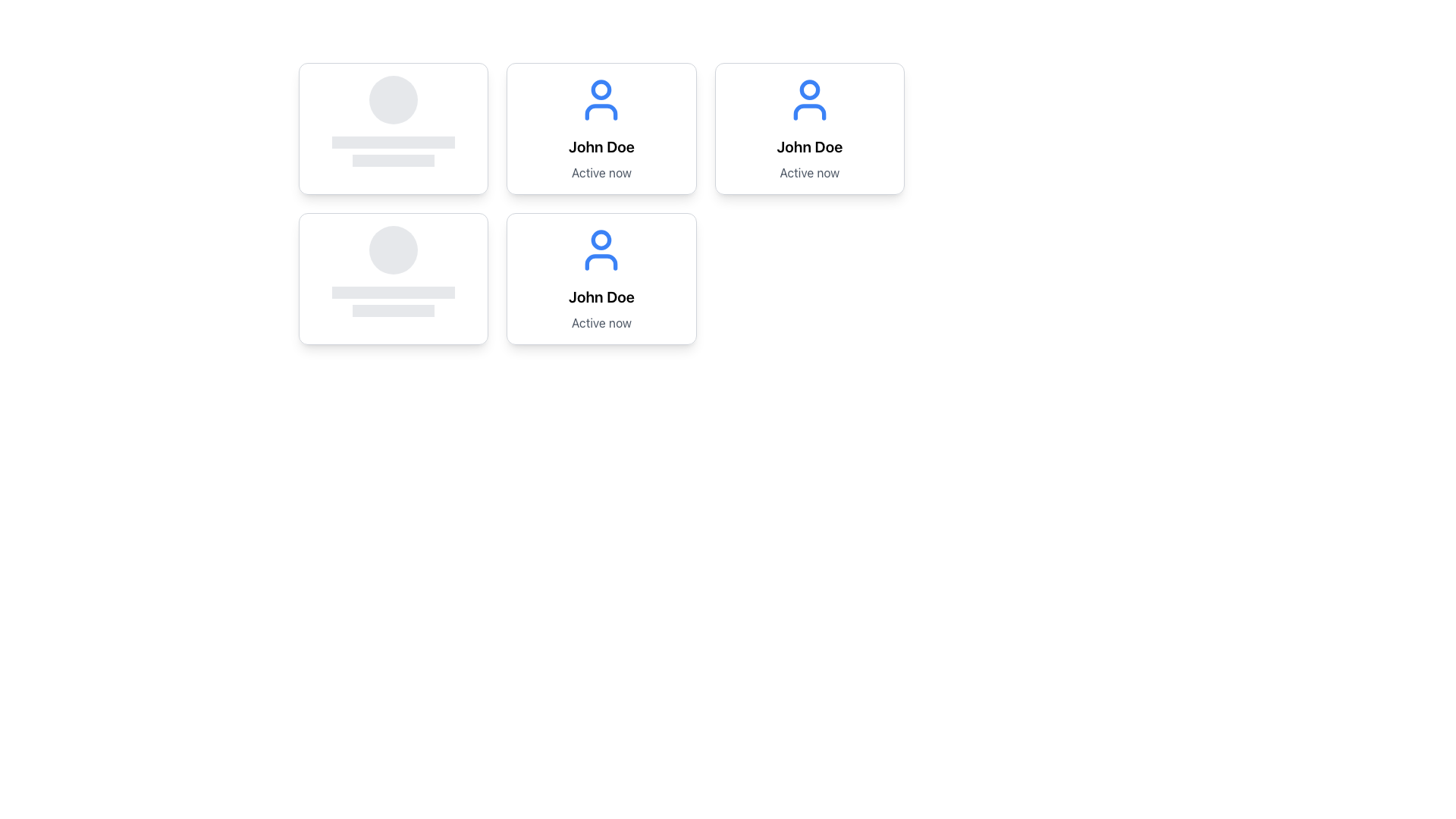 Image resolution: width=1456 pixels, height=819 pixels. What do you see at coordinates (601, 297) in the screenshot?
I see `the Text label displaying 'John Doe', which is styled prominently and positioned in the card layout beneath the user icon and above 'Active now'` at bounding box center [601, 297].